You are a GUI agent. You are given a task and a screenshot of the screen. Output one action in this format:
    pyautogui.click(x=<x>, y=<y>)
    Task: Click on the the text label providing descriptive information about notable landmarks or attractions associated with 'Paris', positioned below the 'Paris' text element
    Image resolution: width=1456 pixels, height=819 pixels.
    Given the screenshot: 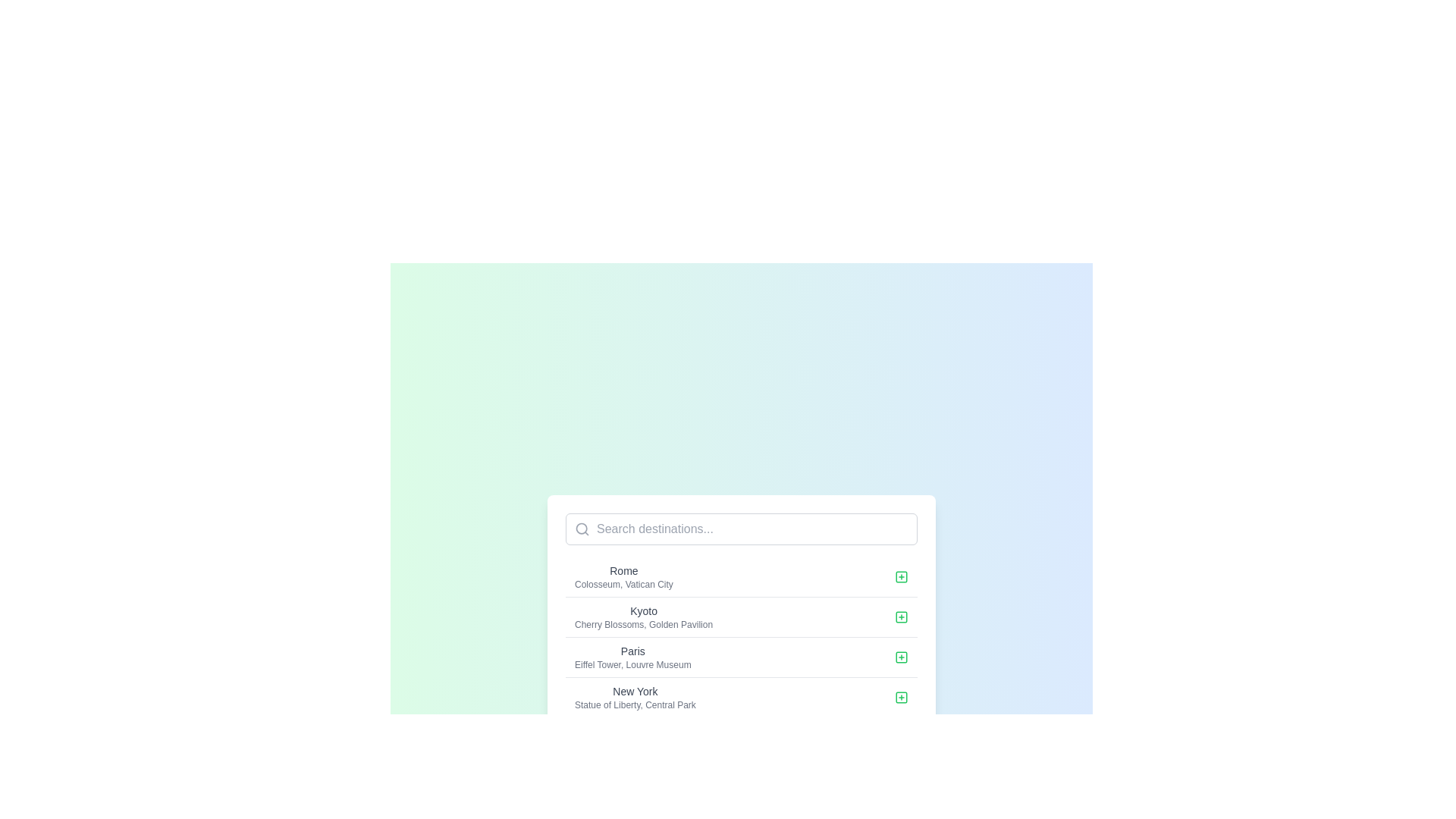 What is the action you would take?
    pyautogui.click(x=632, y=664)
    